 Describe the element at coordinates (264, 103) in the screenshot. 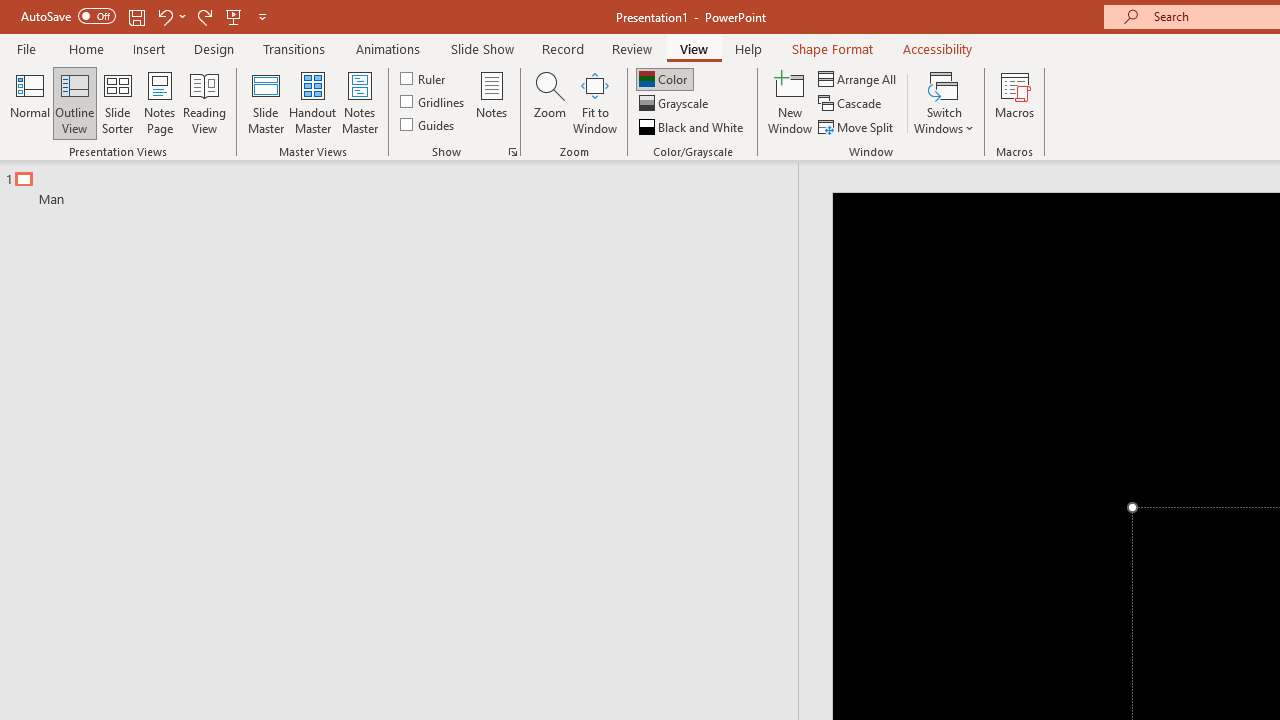

I see `'Slide Master'` at that location.